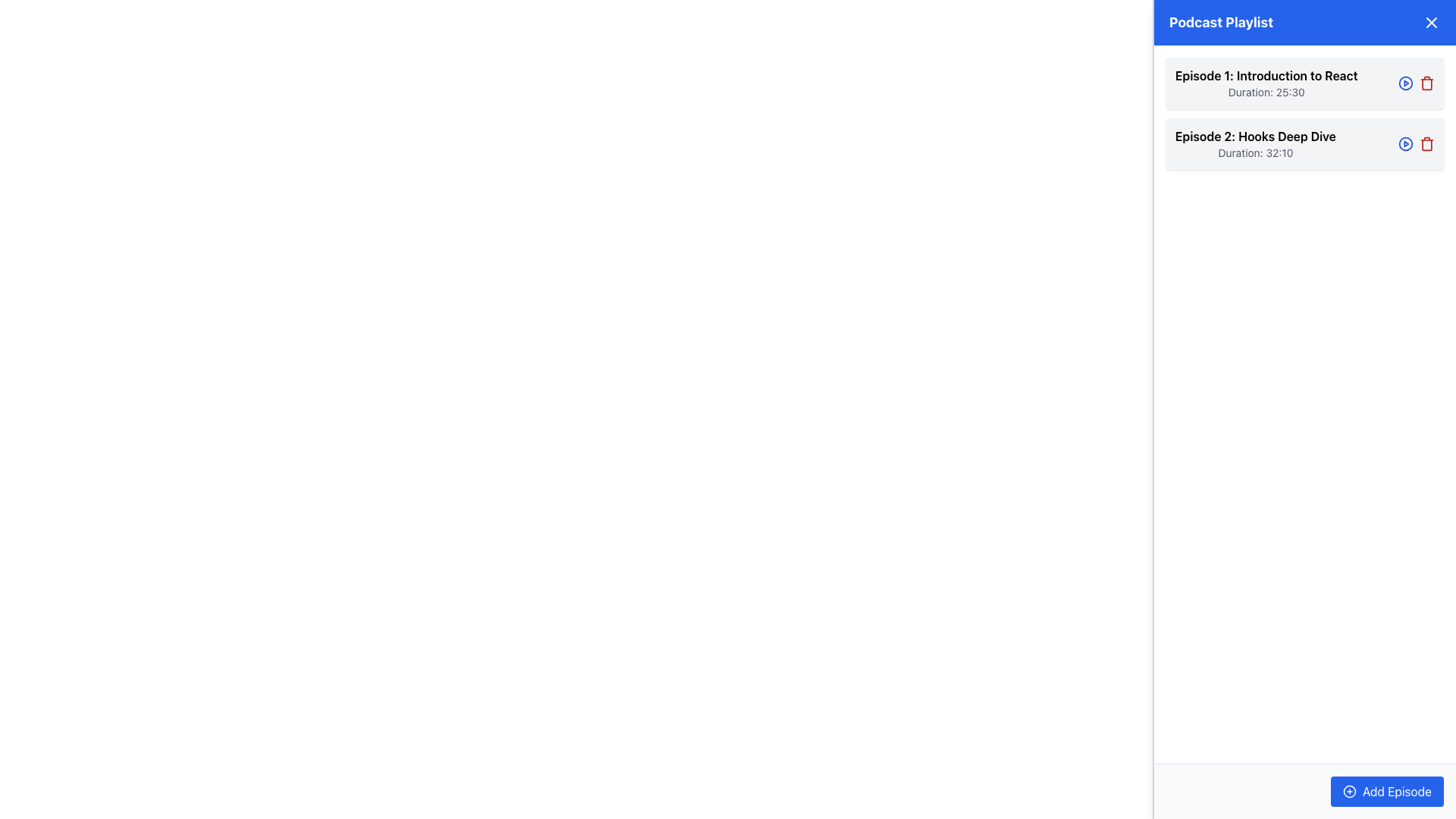  I want to click on the button located in the bottom-right corner of the toolbar, so click(1387, 791).